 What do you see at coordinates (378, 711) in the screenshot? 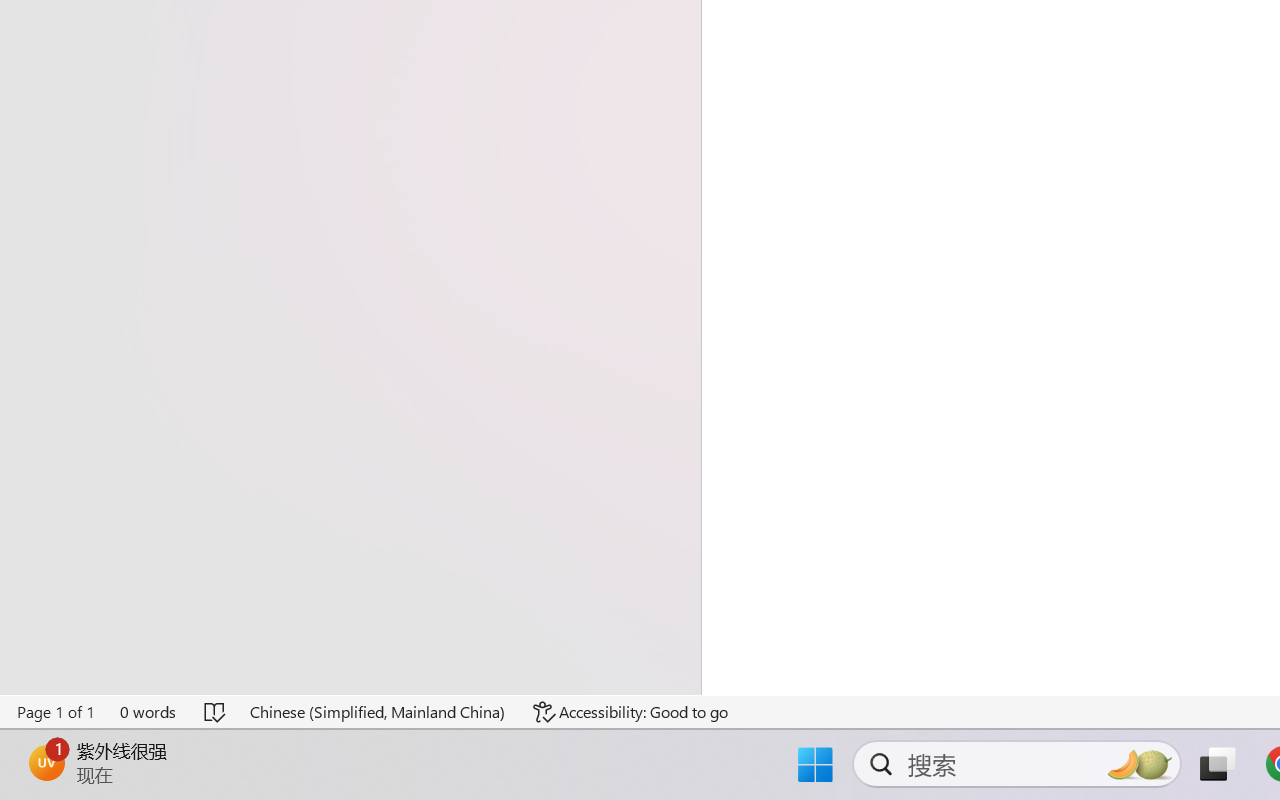
I see `'Language Chinese (Simplified, Mainland China)'` at bounding box center [378, 711].